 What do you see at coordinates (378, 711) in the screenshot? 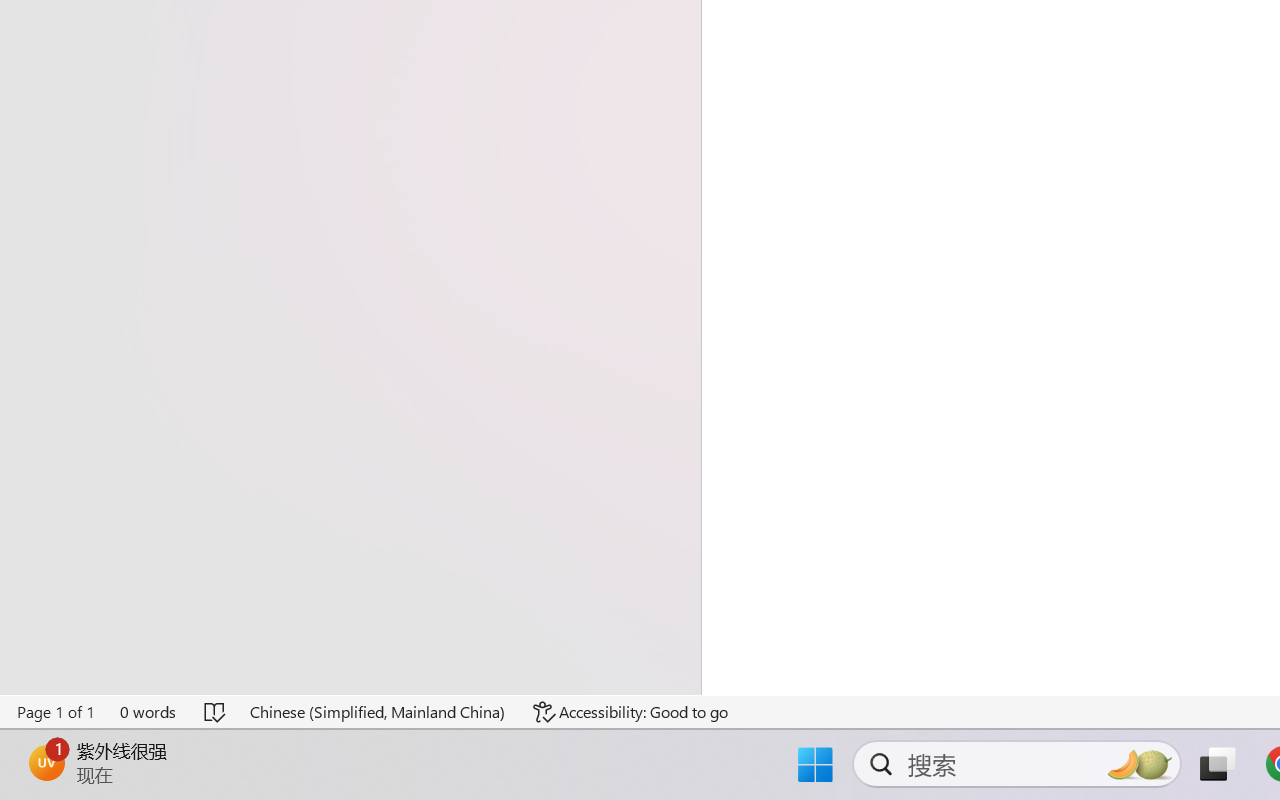
I see `'Language Chinese (Simplified, Mainland China)'` at bounding box center [378, 711].